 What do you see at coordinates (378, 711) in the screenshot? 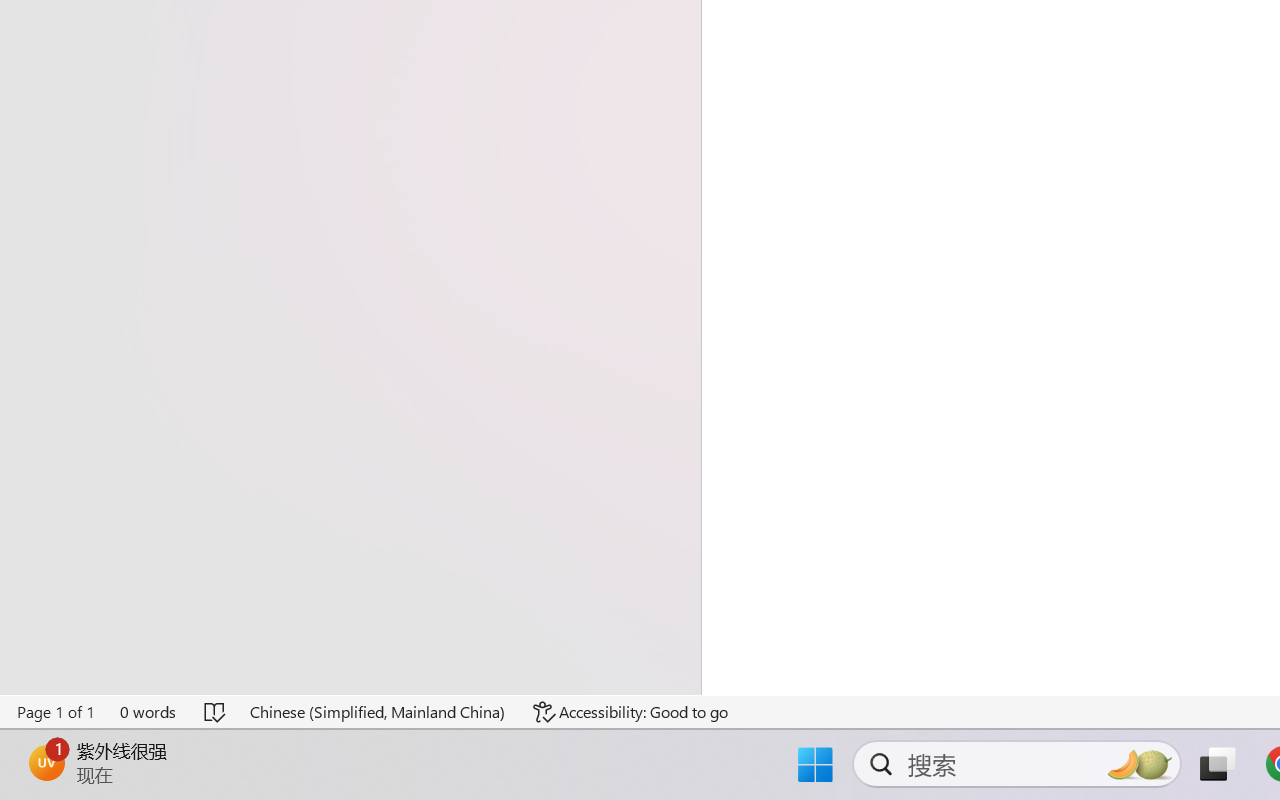
I see `'Language Chinese (Simplified, Mainland China)'` at bounding box center [378, 711].